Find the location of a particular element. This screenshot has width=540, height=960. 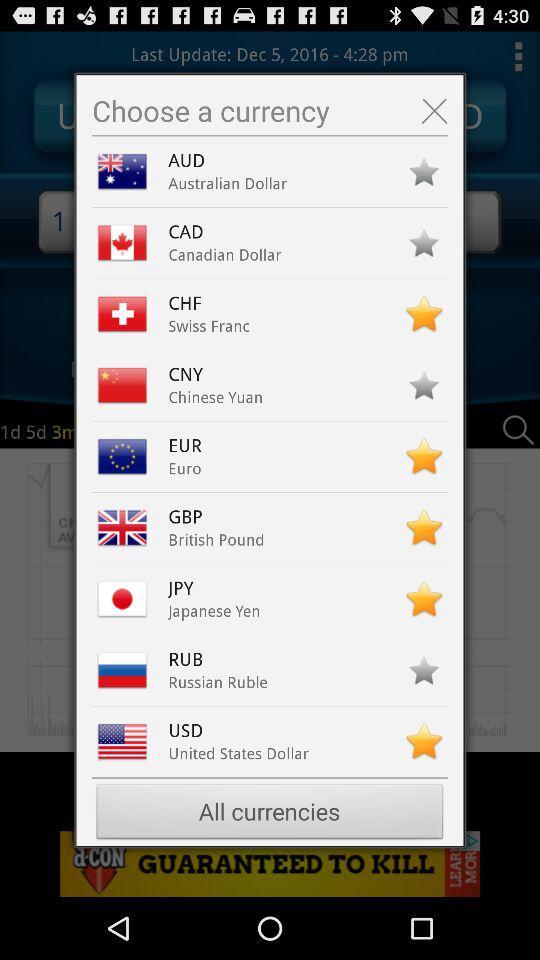

canadian dollar app is located at coordinates (224, 254).